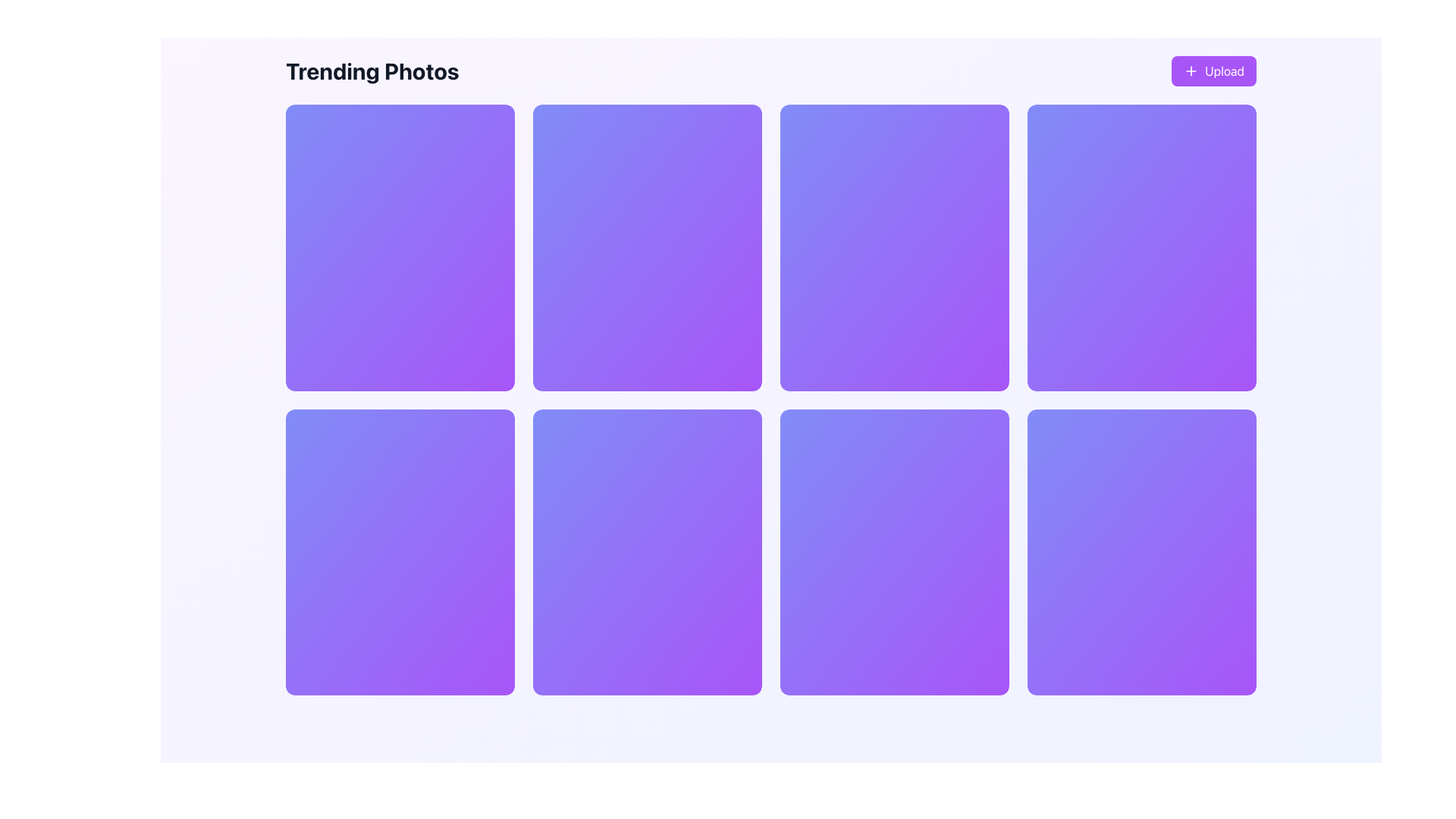 The height and width of the screenshot is (819, 1456). I want to click on the circular SVG graphic element that is part of the info symbol located at the center of the grid card in the second row and second column, so click(738, 433).